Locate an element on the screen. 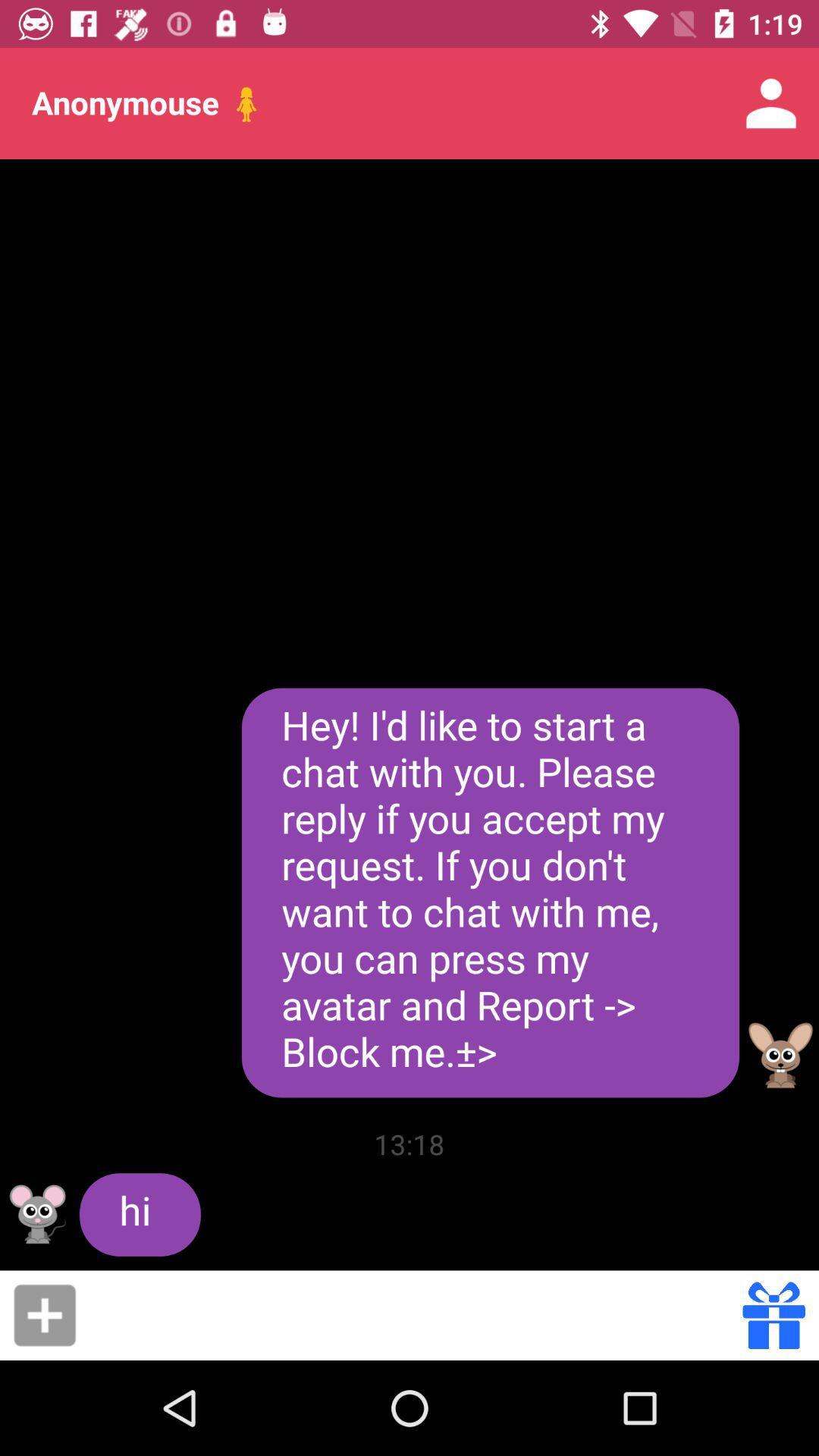  the icon to the left of the 13:18 icon is located at coordinates (140, 1215).